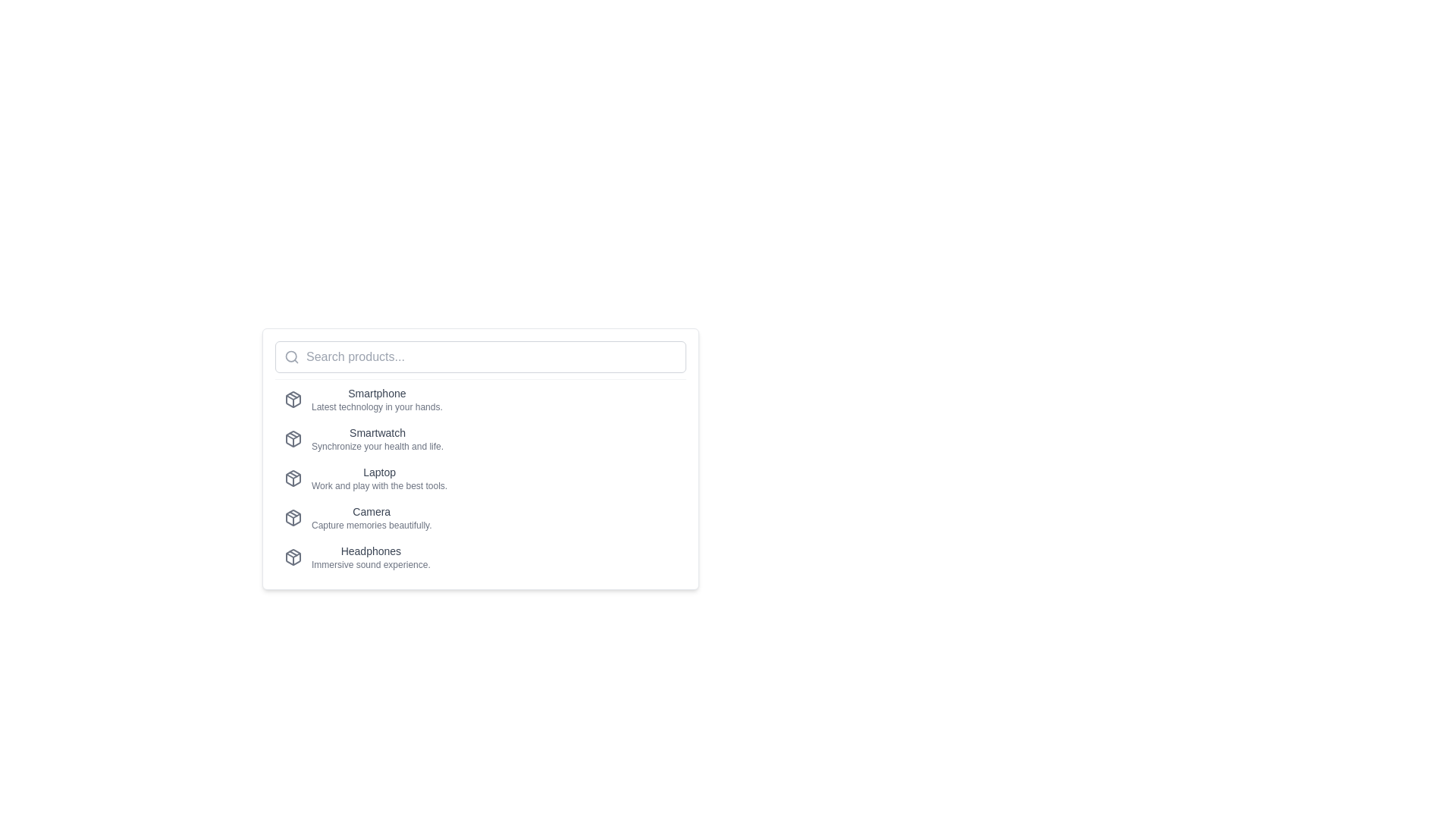 This screenshot has height=819, width=1456. What do you see at coordinates (377, 406) in the screenshot?
I see `the text label that provides a description for the product 'Smartphone', which is the second element in the vertical list of product items` at bounding box center [377, 406].